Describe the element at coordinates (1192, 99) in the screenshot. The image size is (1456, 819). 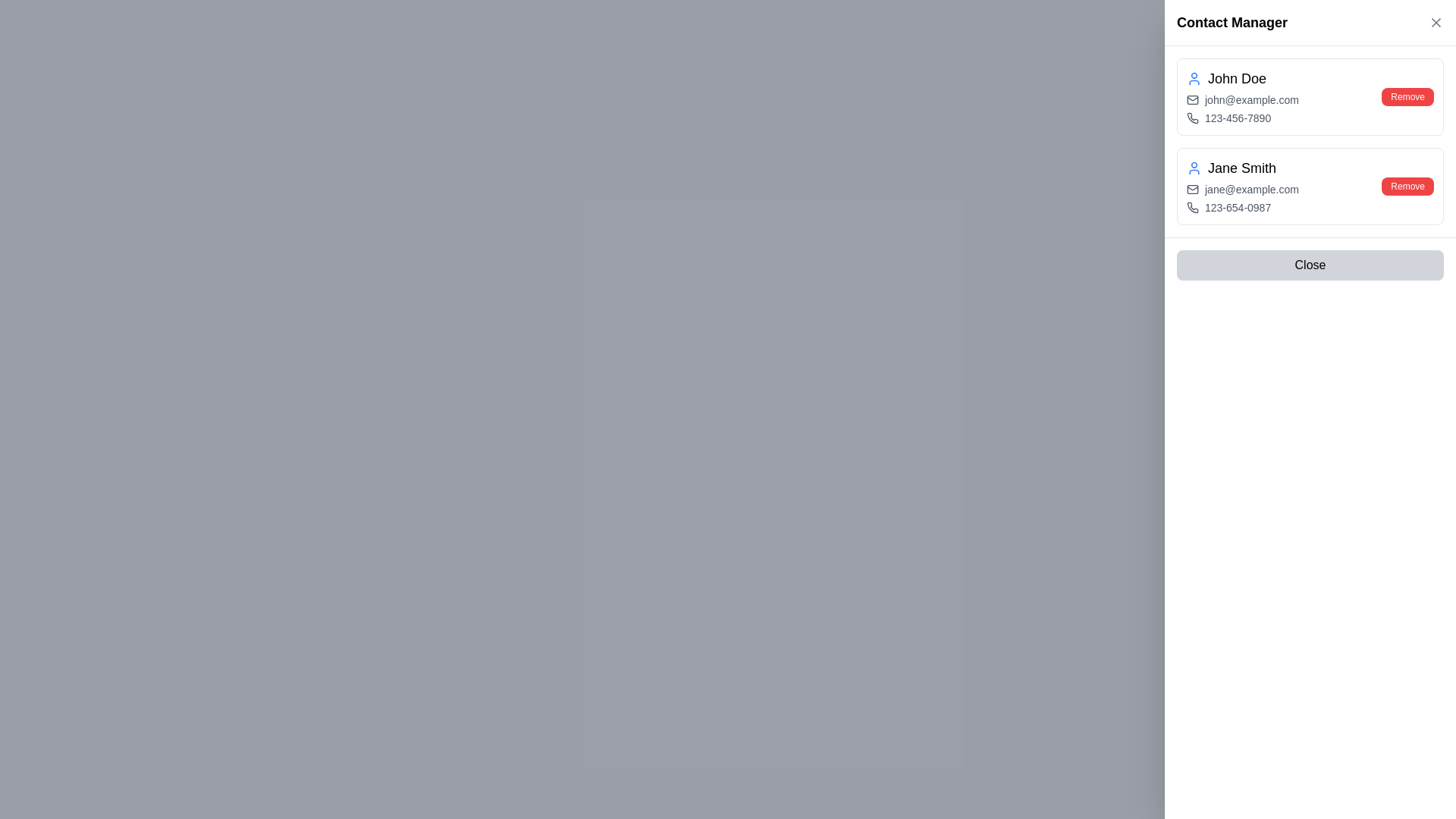
I see `the envelope icon representing email functionality, located to the left of the email address 'john@example.com' under 'John Doe' in the Contact Manager interface` at that location.